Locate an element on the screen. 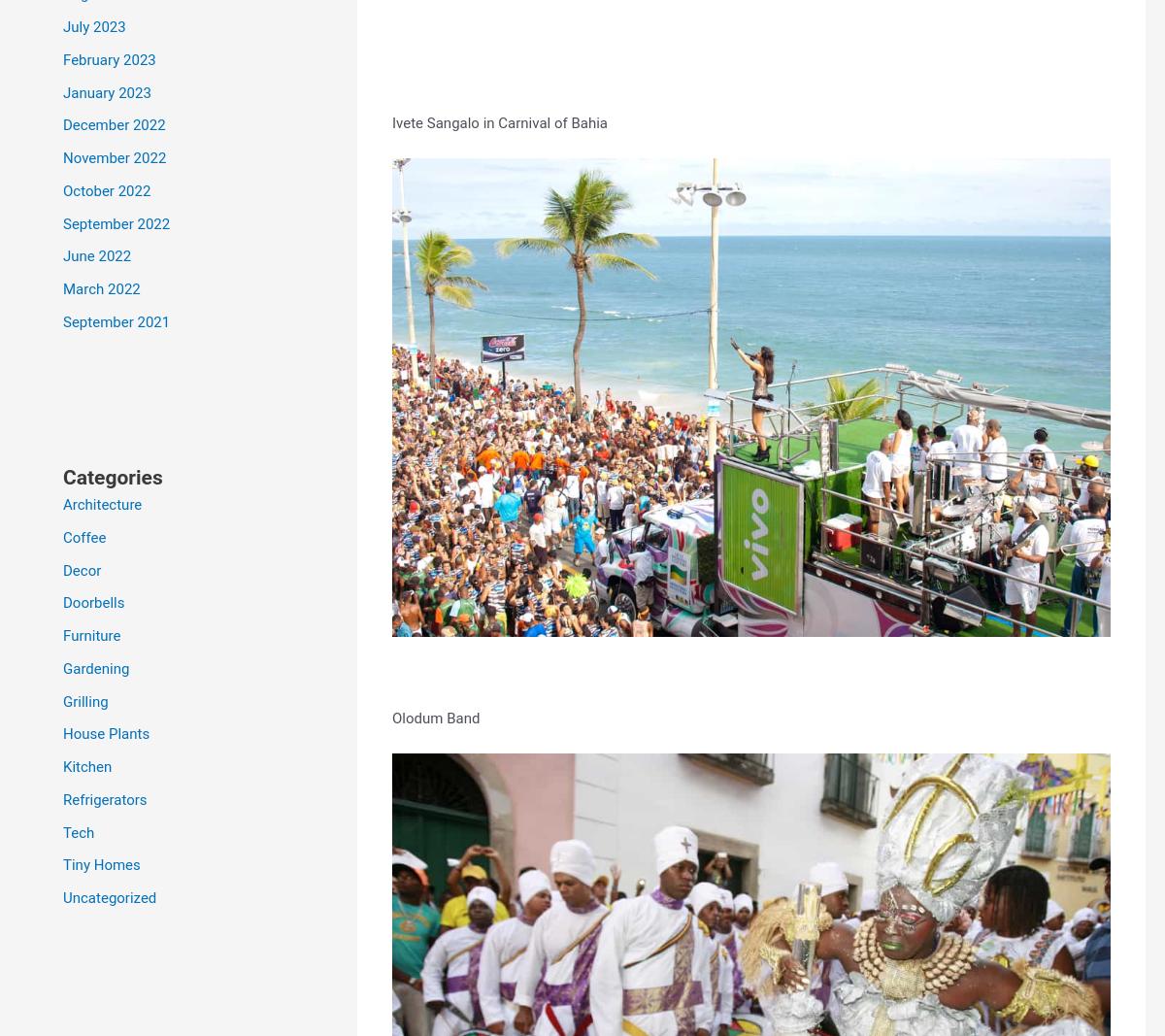  'Ivete Sangalo in Carnival of Bahia' is located at coordinates (392, 121).